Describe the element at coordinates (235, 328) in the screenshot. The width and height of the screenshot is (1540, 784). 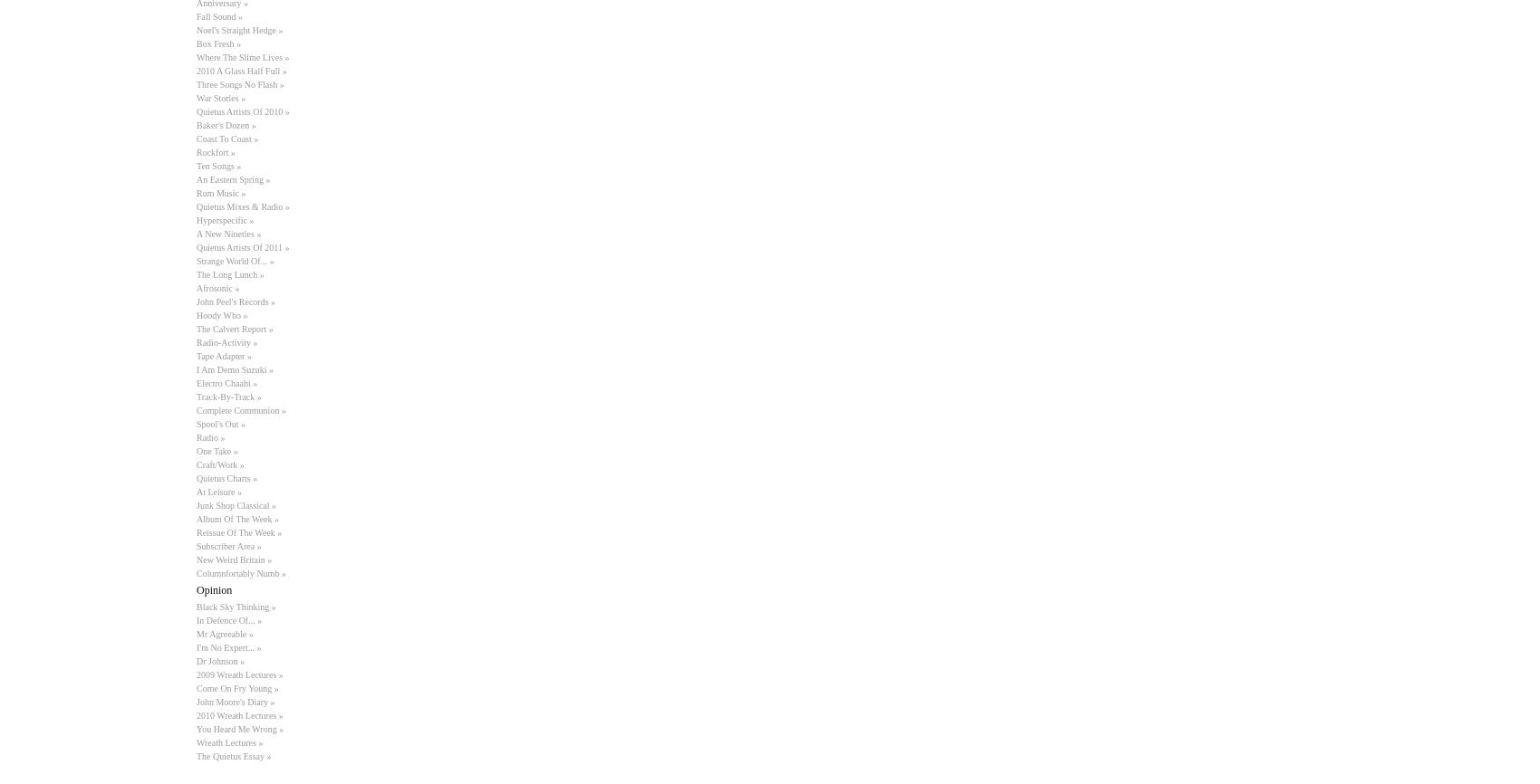
I see `'The Calvert Report »'` at that location.